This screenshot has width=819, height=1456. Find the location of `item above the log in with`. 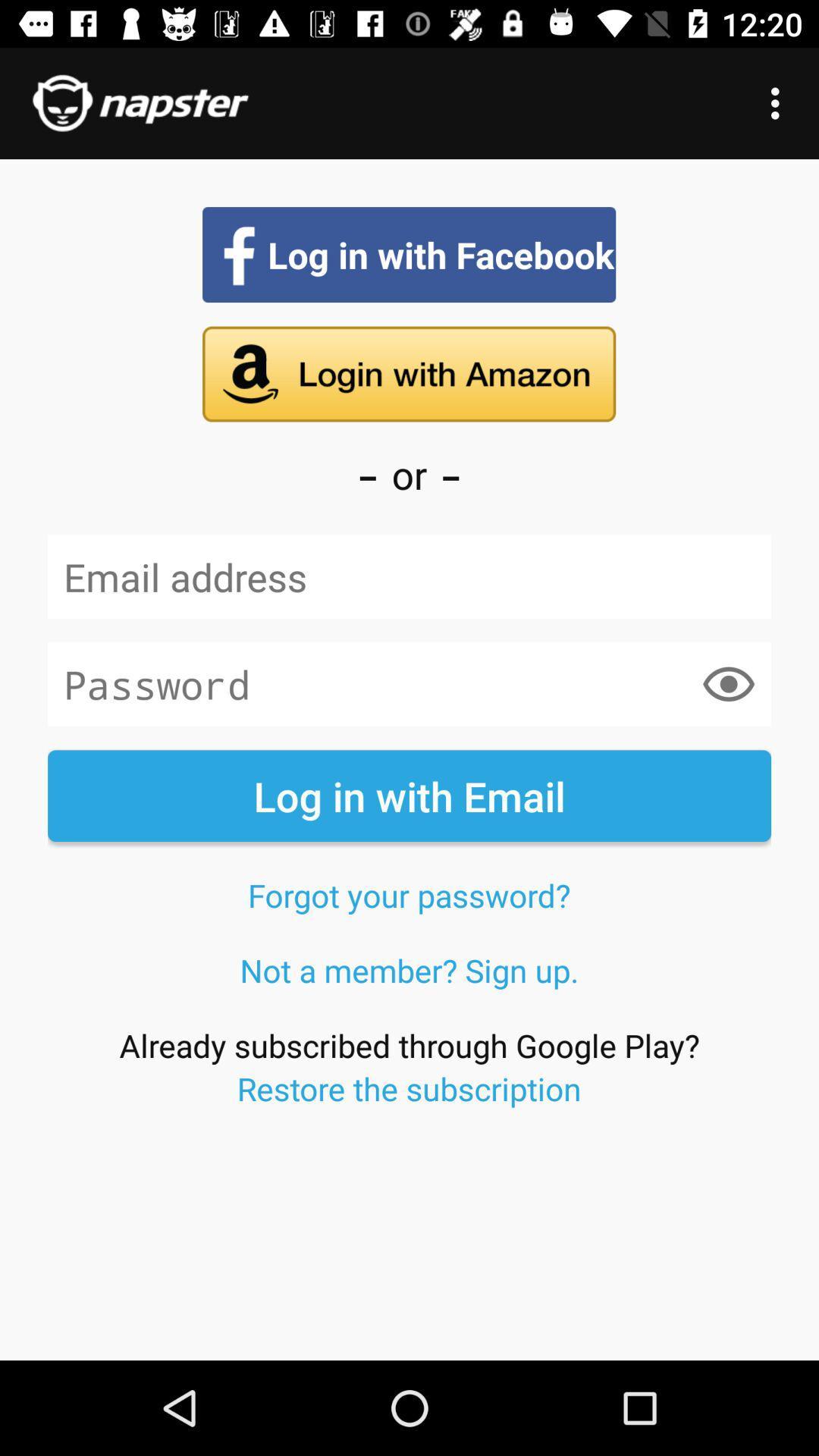

item above the log in with is located at coordinates (728, 683).